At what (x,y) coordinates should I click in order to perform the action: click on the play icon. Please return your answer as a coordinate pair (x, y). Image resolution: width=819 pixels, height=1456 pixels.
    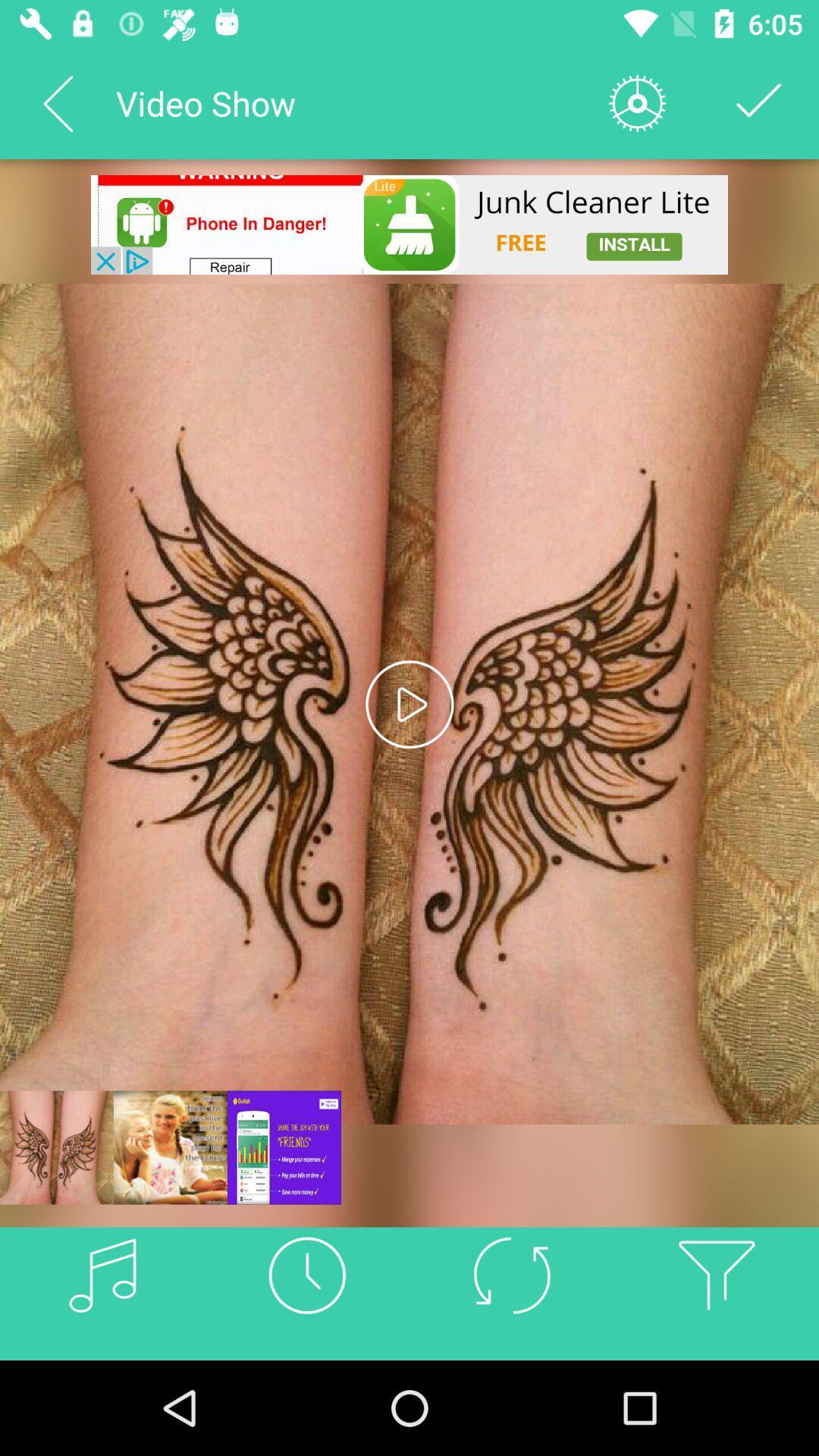
    Looking at the image, I should click on (409, 703).